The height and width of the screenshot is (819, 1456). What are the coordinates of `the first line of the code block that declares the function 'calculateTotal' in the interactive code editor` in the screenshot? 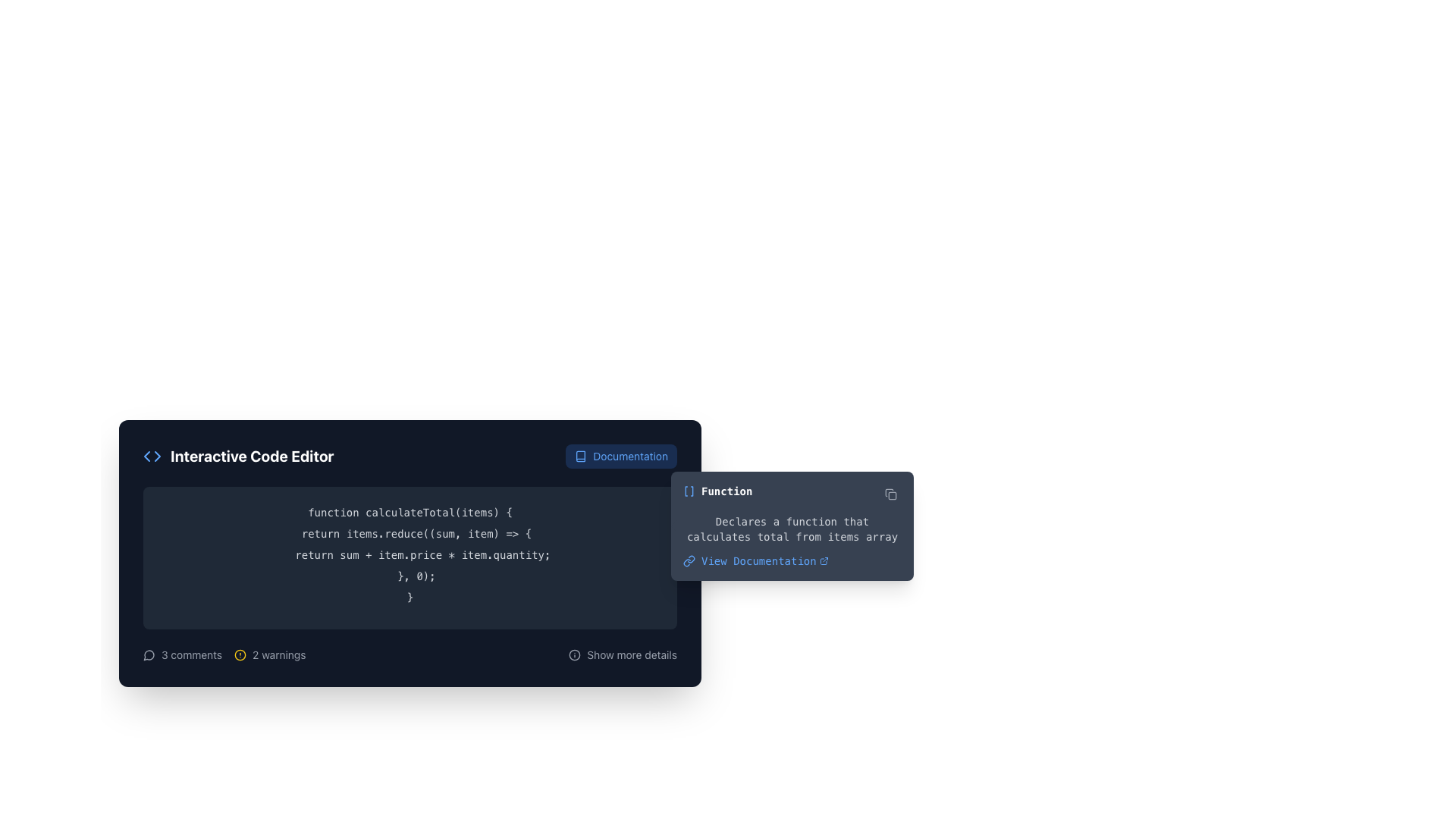 It's located at (410, 512).